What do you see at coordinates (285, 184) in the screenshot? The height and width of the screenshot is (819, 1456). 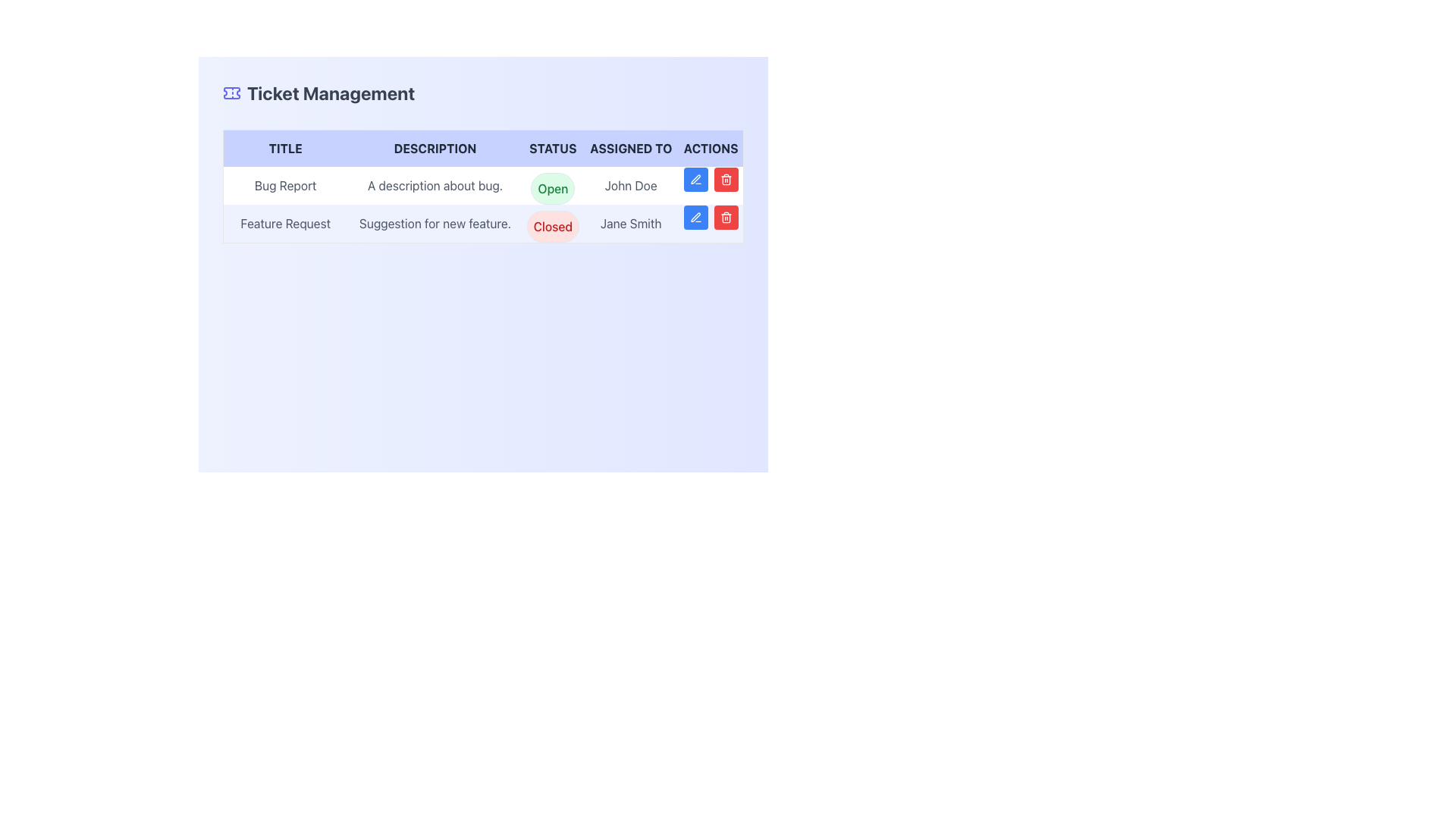 I see `the 'Bug Report' text label located in the first row under the 'TITLE' column of the table layout` at bounding box center [285, 184].